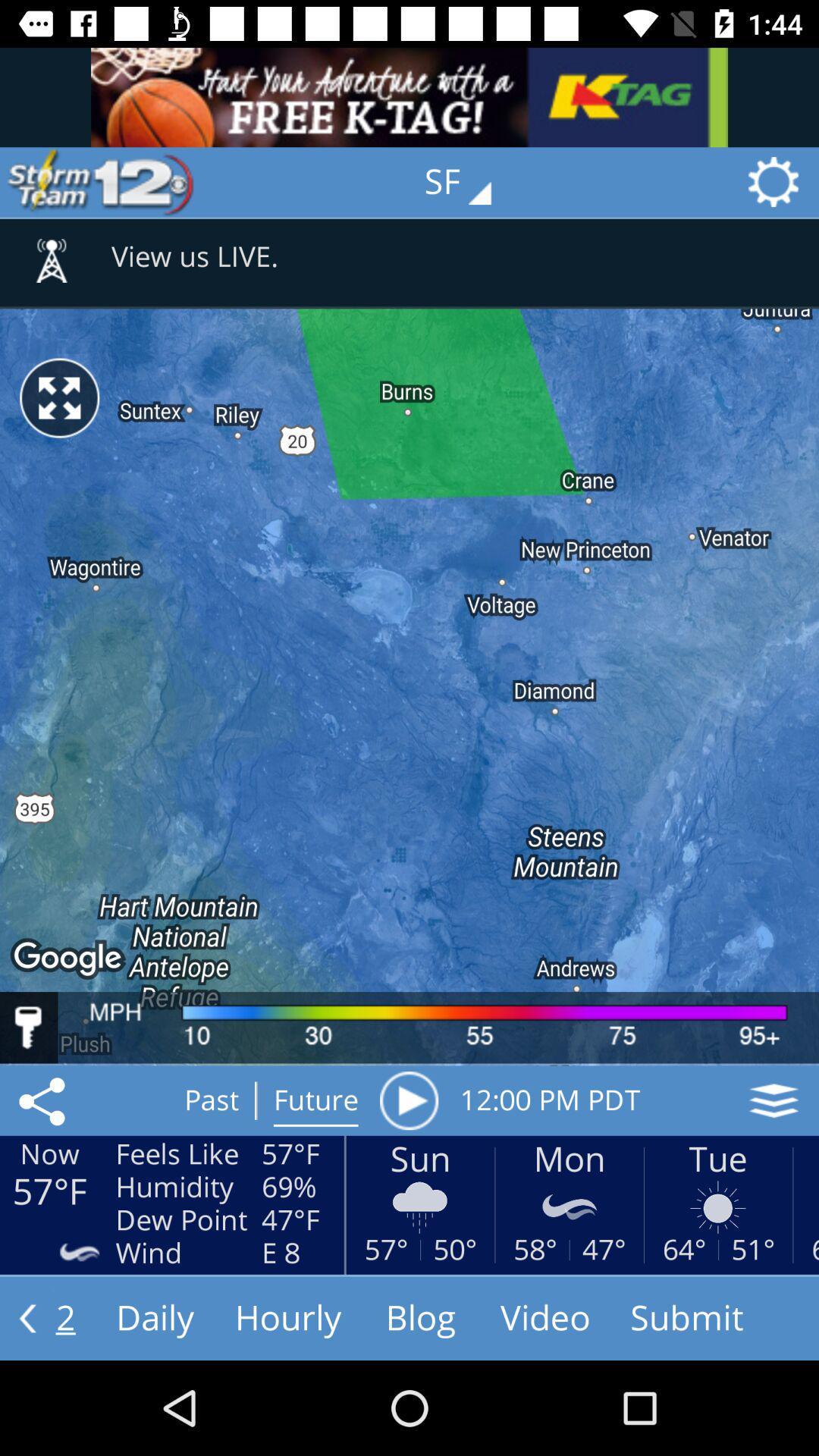 The image size is (819, 1456). Describe the element at coordinates (408, 1100) in the screenshot. I see `the icon next to 12 00 pm icon` at that location.